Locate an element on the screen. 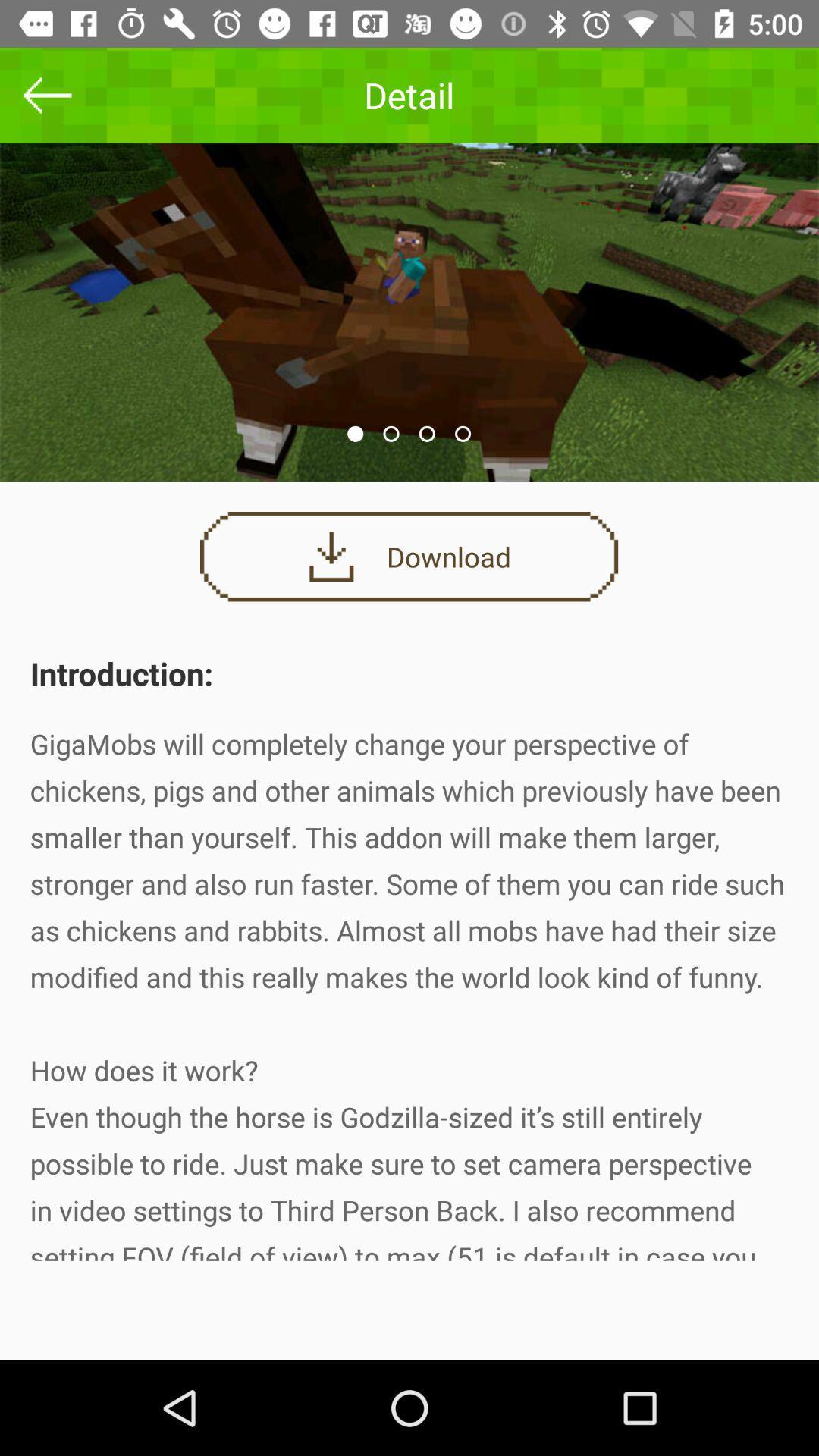 The height and width of the screenshot is (1456, 819). go back is located at coordinates (46, 94).